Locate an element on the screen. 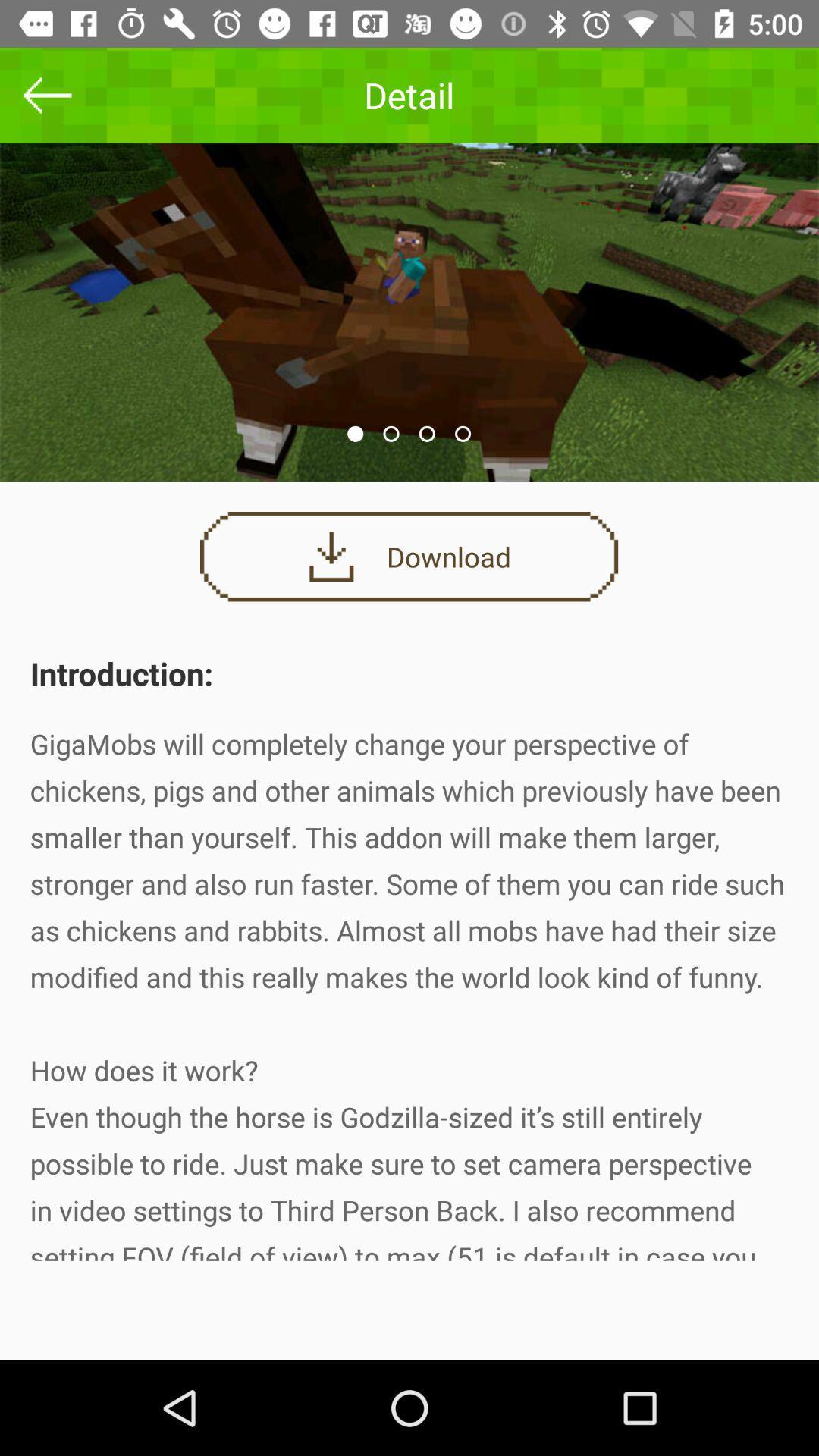 The height and width of the screenshot is (1456, 819). go back is located at coordinates (46, 94).